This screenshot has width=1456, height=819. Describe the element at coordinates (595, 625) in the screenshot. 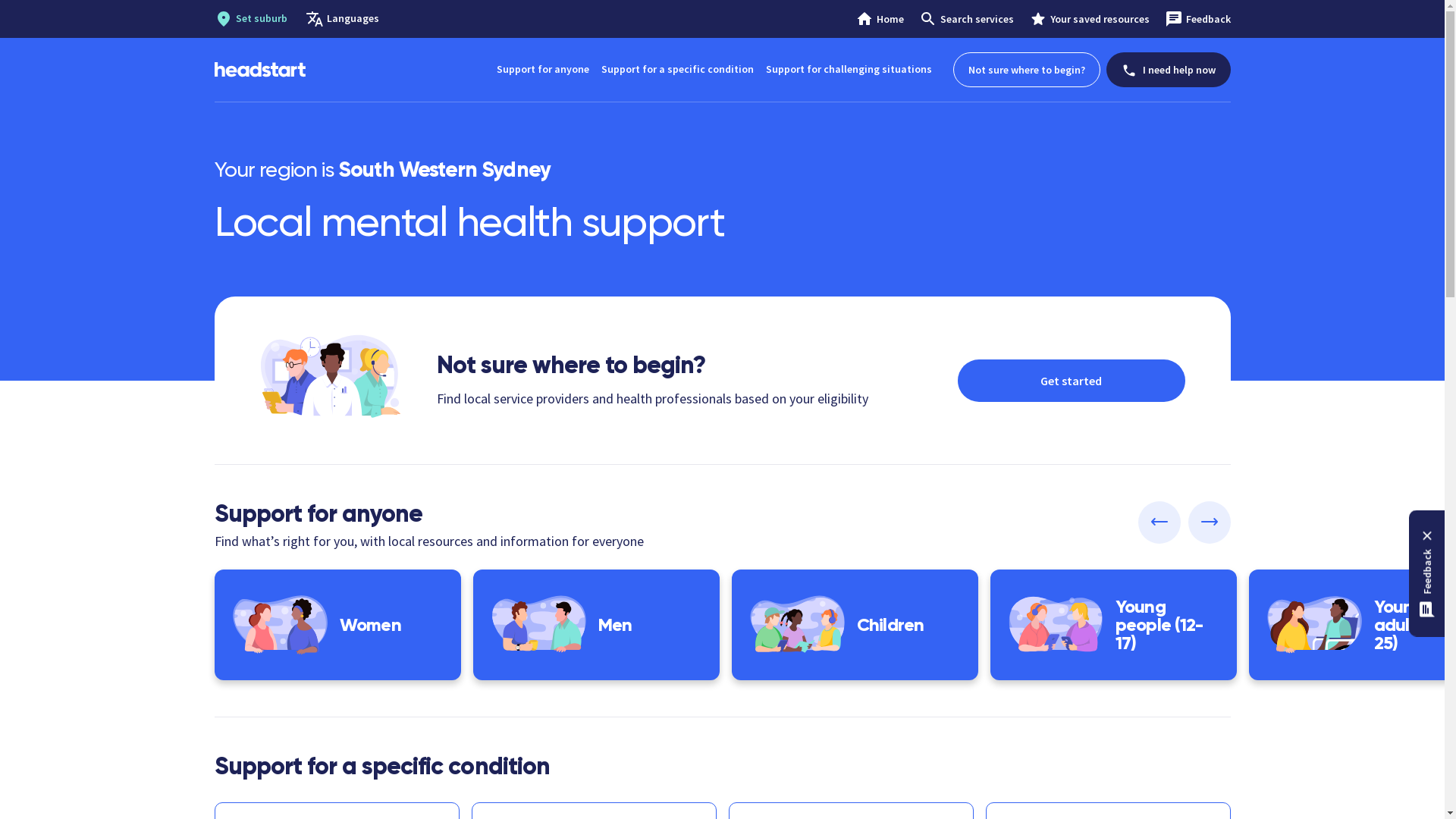

I see `'Men'` at that location.